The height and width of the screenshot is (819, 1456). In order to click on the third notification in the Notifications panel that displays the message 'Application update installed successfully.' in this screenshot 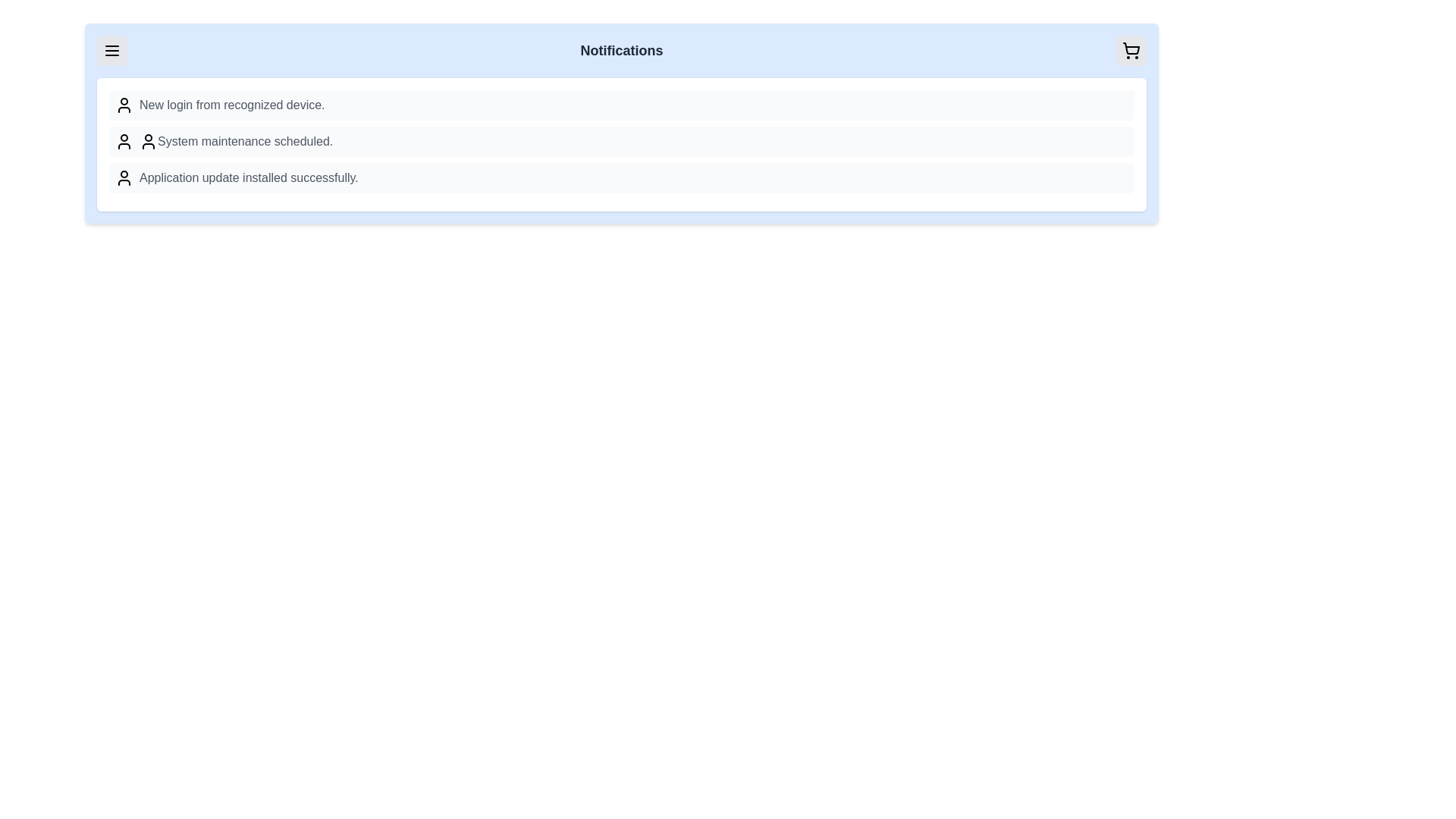, I will do `click(622, 177)`.